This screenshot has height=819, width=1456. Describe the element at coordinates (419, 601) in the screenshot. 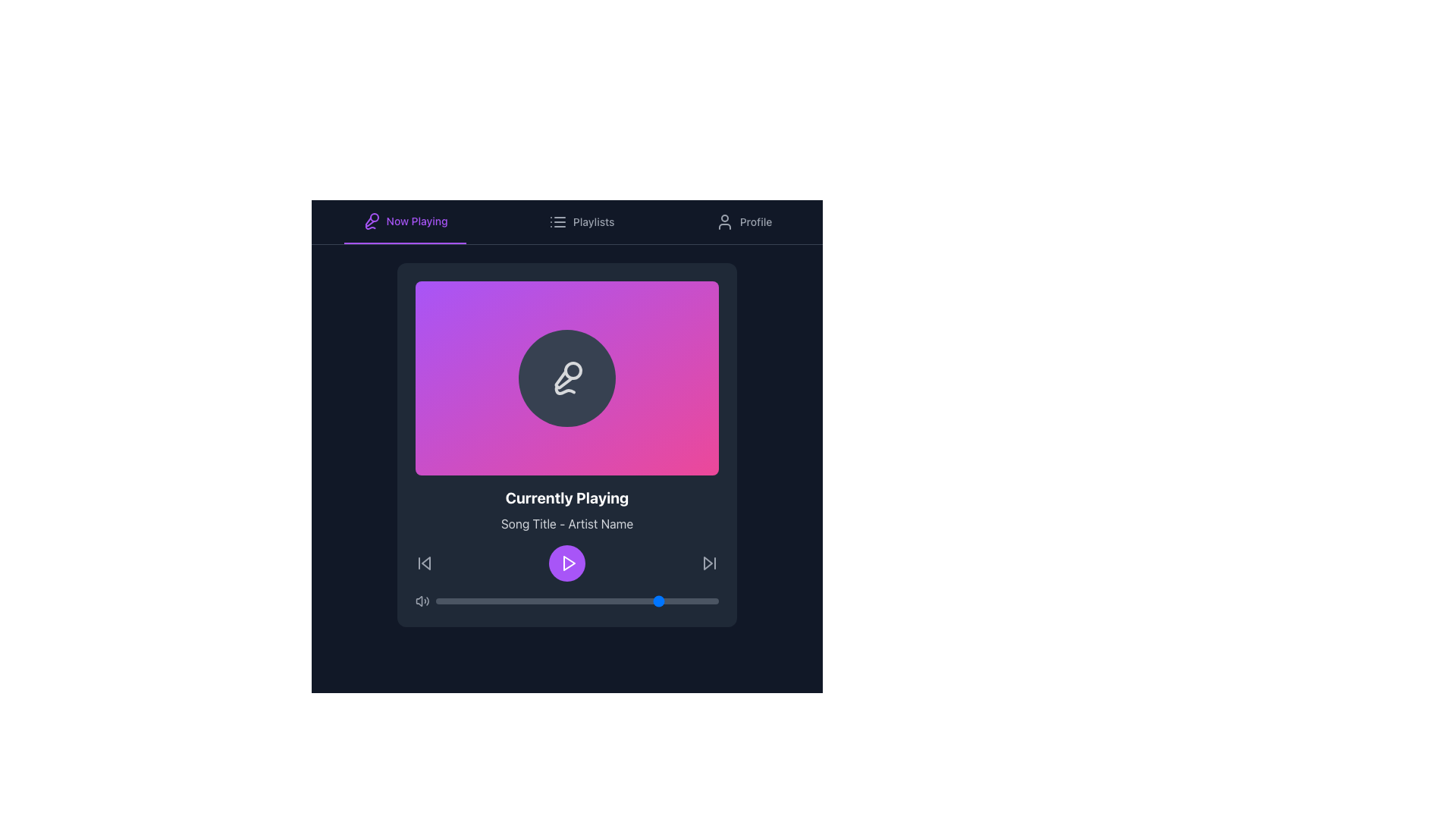

I see `the muted state SVG element of the volume control icon located at the bottom-left corner of the media playback interface` at that location.